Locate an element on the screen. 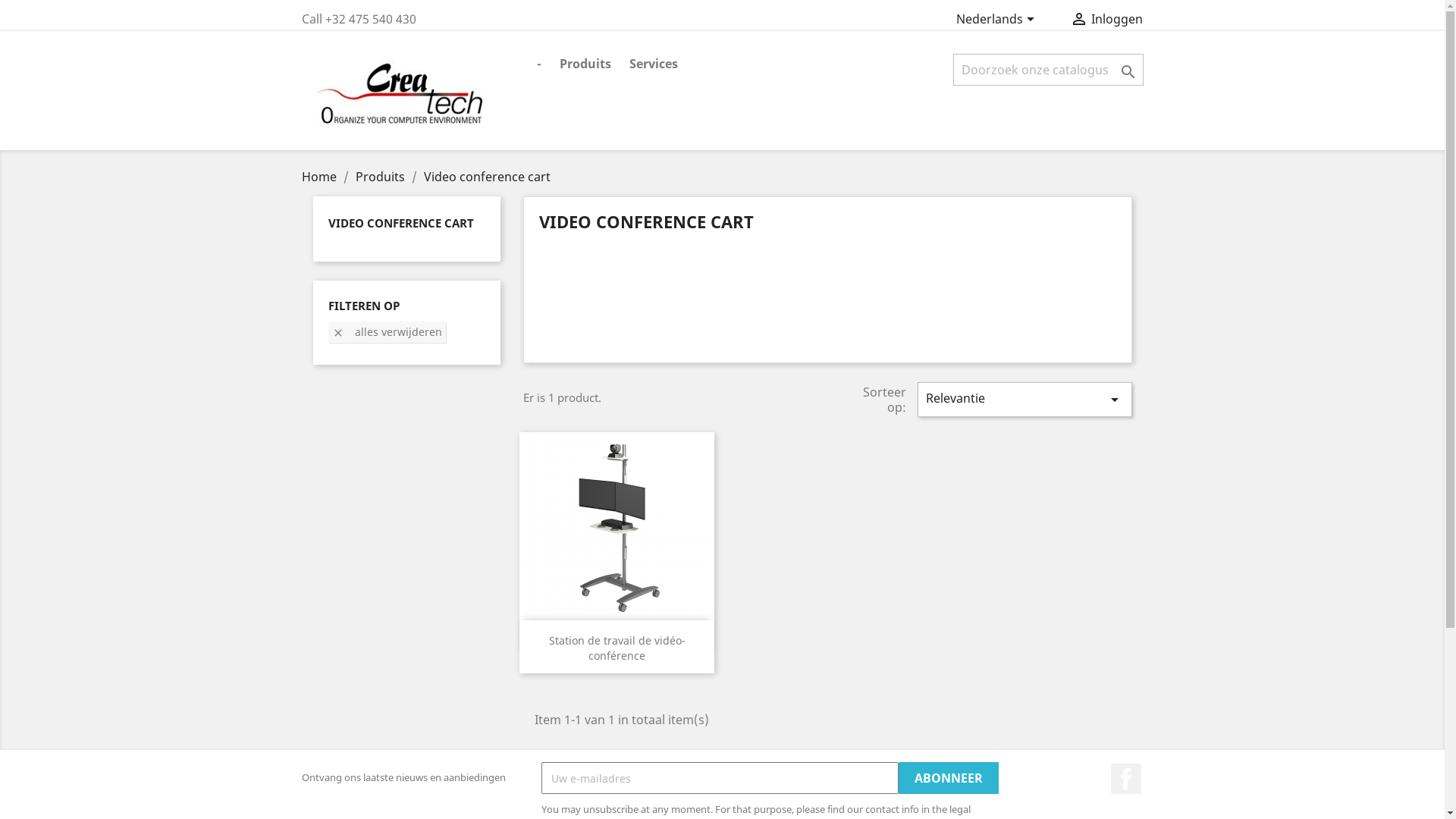 The image size is (1456, 819). 'Home' is located at coordinates (319, 175).